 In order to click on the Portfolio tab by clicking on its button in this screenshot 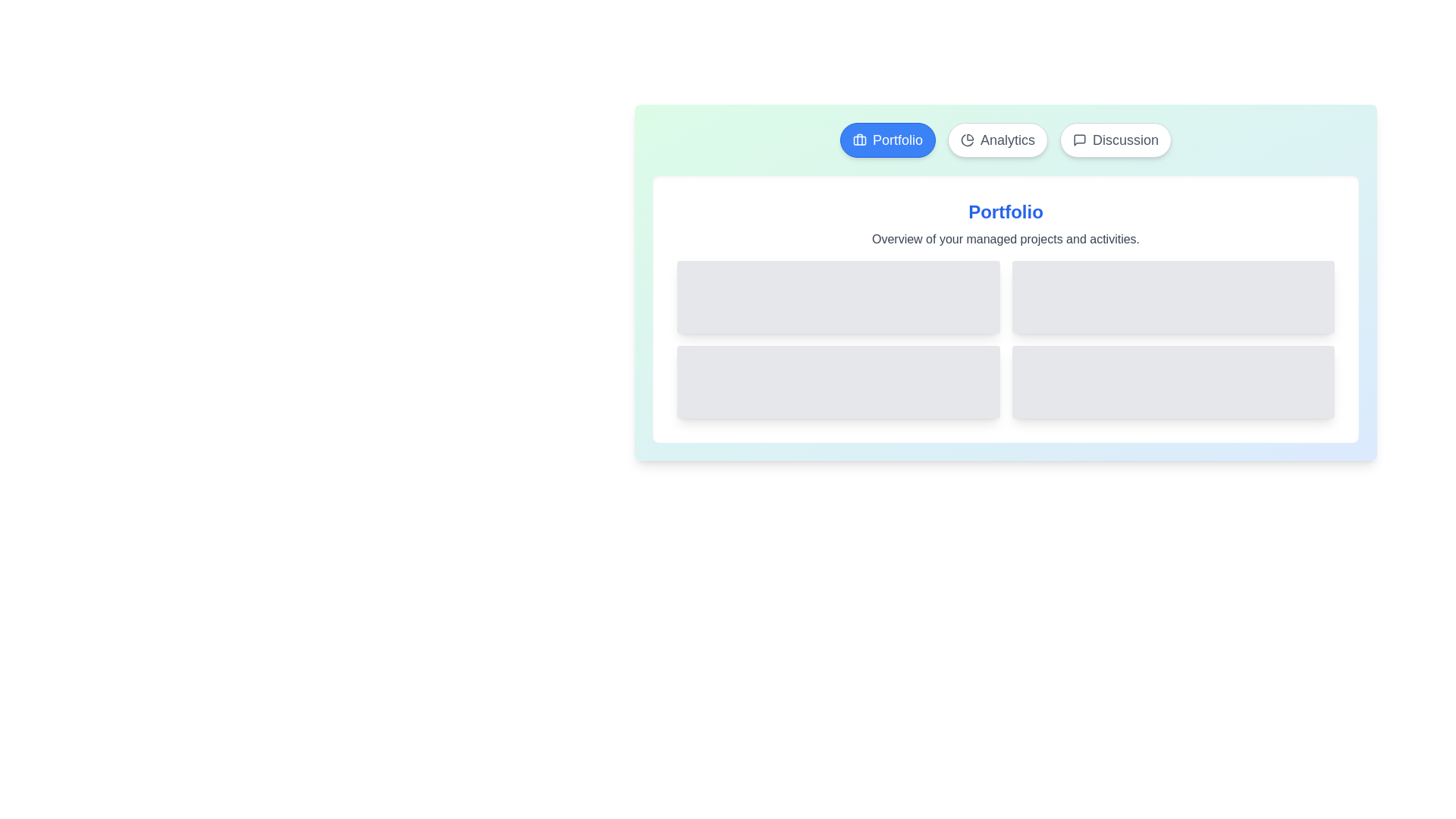, I will do `click(888, 140)`.